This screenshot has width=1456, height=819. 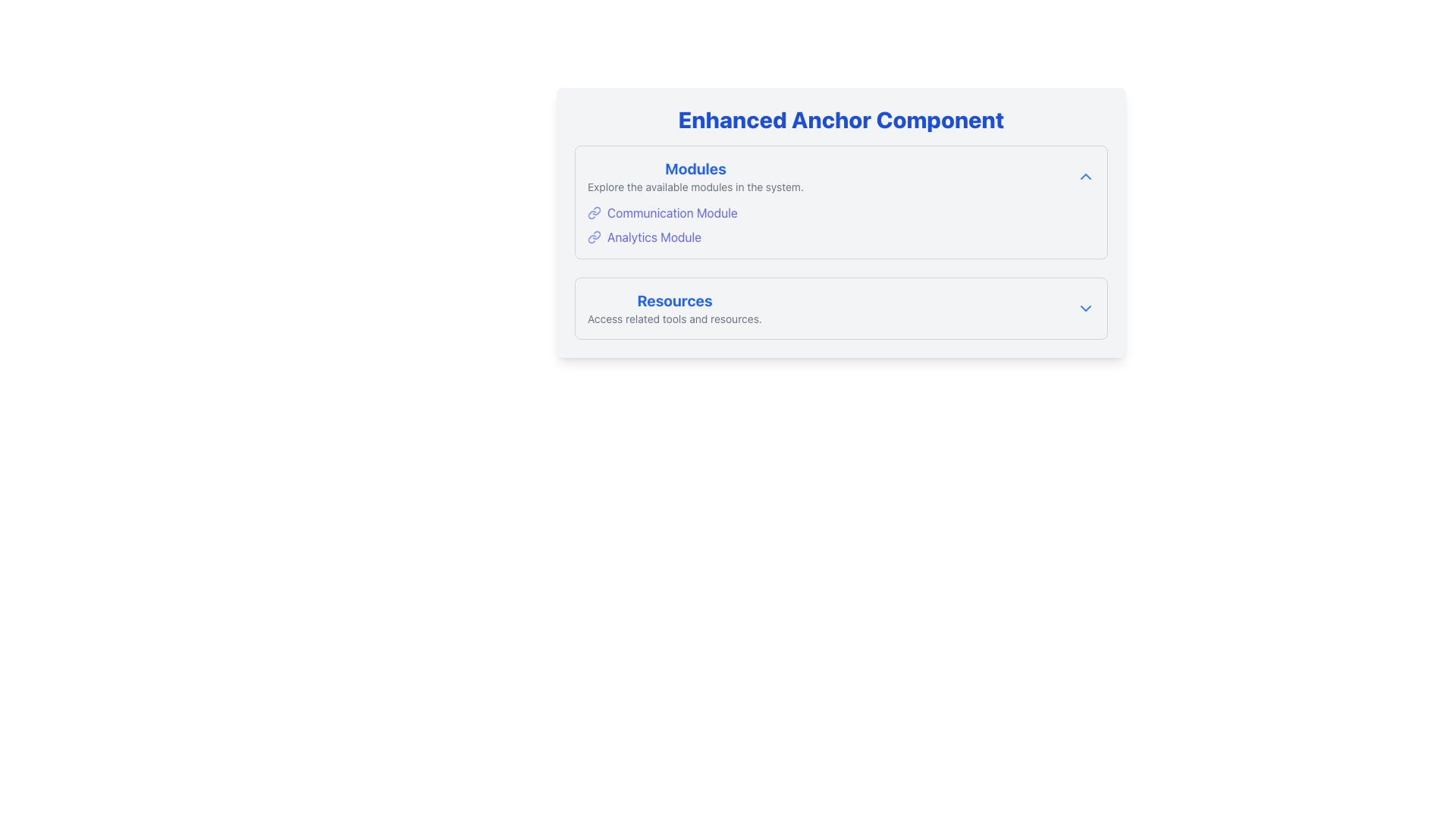 I want to click on the 'Communication Module' hyperlink, which is styled in blue and is the first item in the 'Modules' section, so click(x=840, y=213).